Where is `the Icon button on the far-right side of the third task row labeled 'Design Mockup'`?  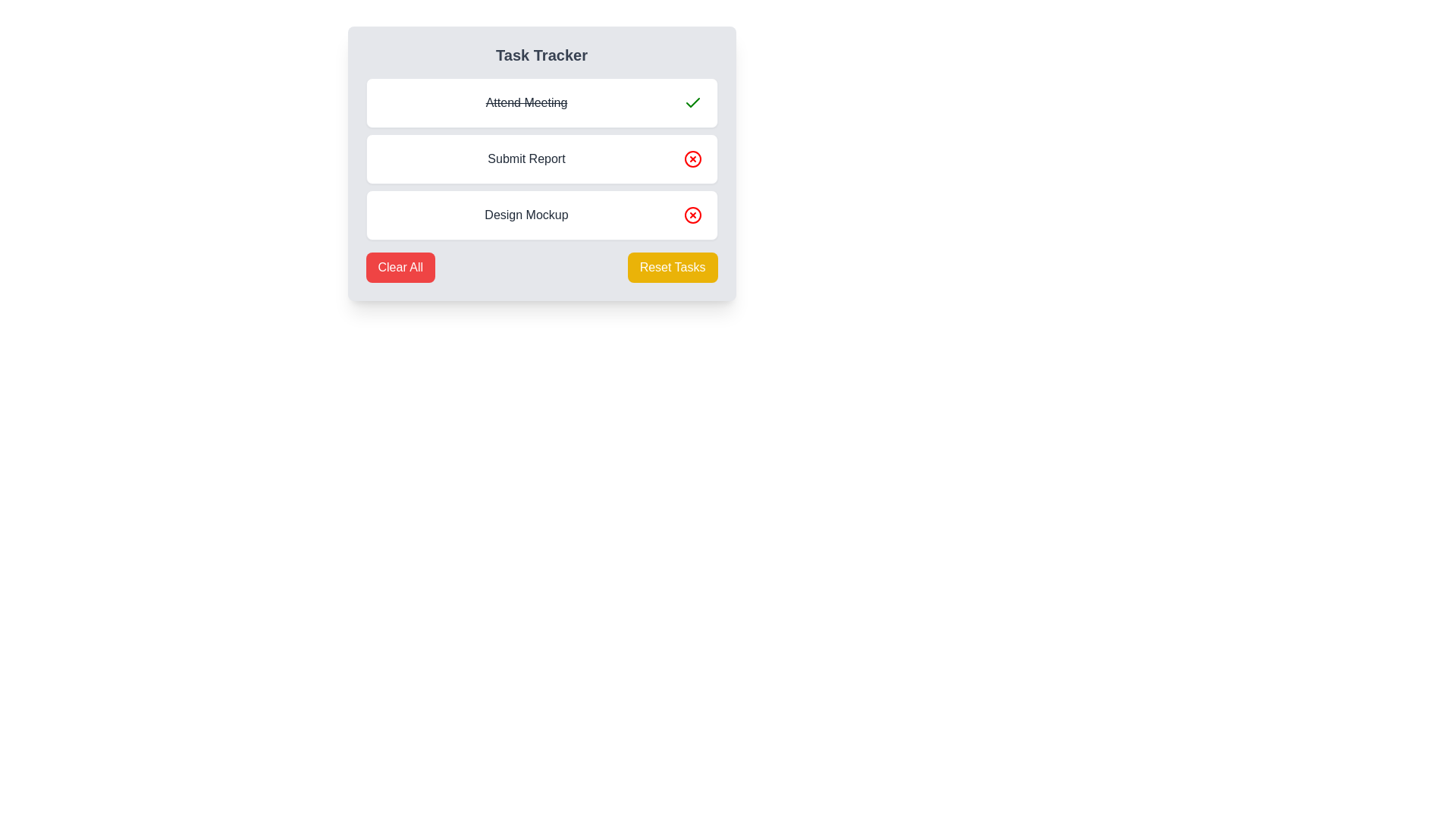
the Icon button on the far-right side of the third task row labeled 'Design Mockup' is located at coordinates (692, 215).